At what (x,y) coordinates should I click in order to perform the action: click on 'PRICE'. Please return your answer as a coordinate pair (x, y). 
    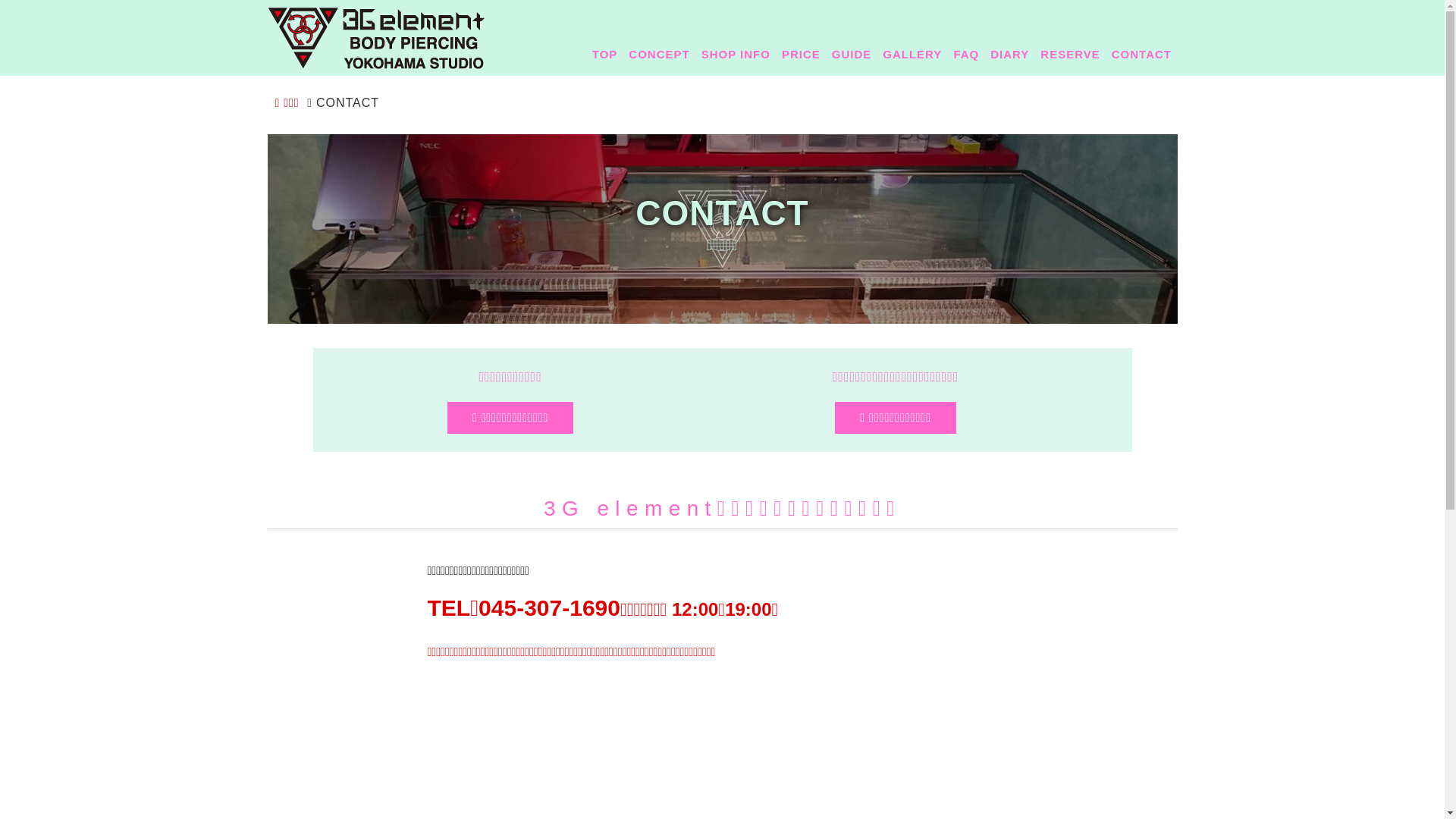
    Looking at the image, I should click on (800, 52).